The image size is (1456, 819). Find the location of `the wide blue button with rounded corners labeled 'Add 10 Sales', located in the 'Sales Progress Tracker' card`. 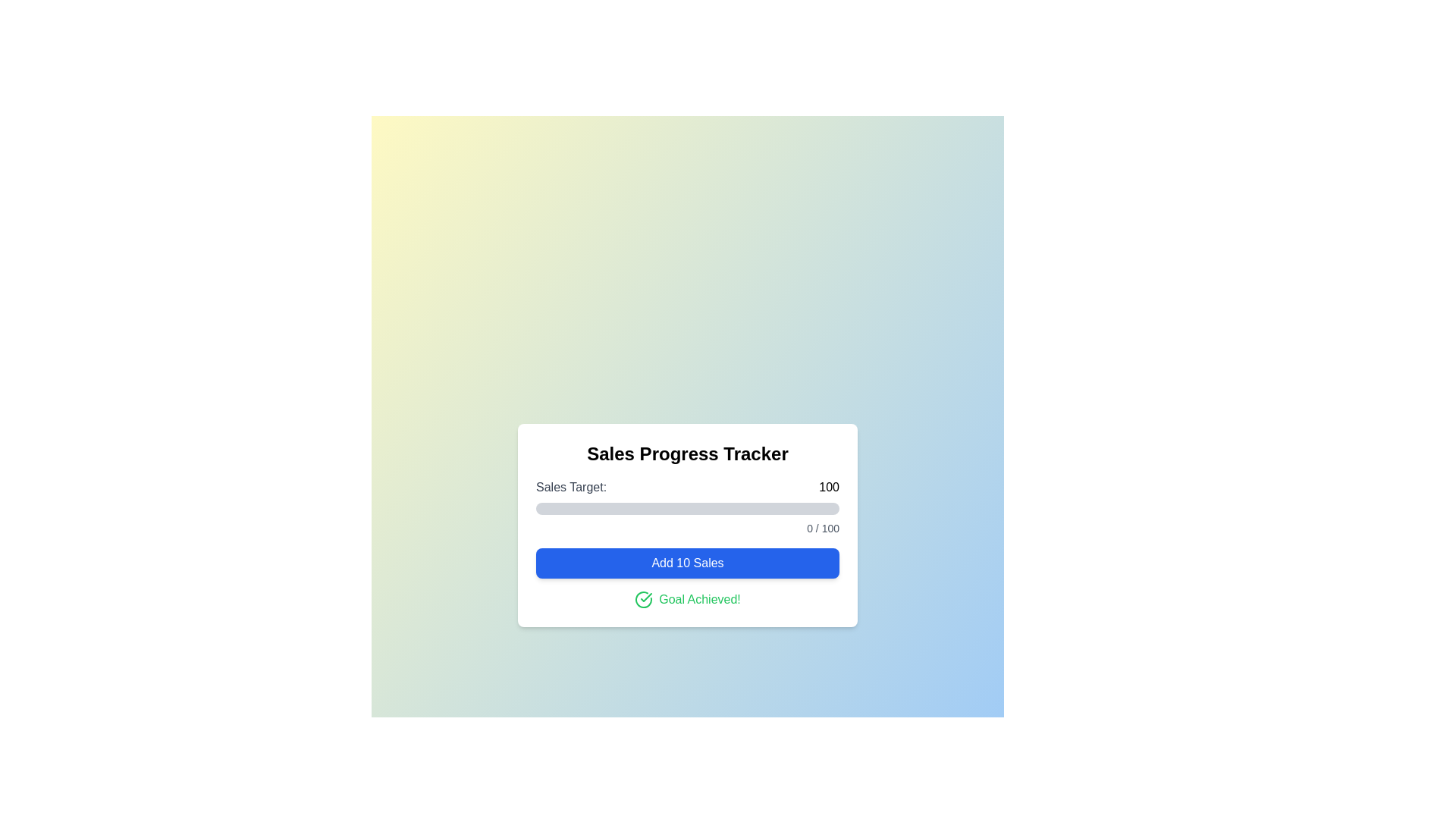

the wide blue button with rounded corners labeled 'Add 10 Sales', located in the 'Sales Progress Tracker' card is located at coordinates (687, 563).